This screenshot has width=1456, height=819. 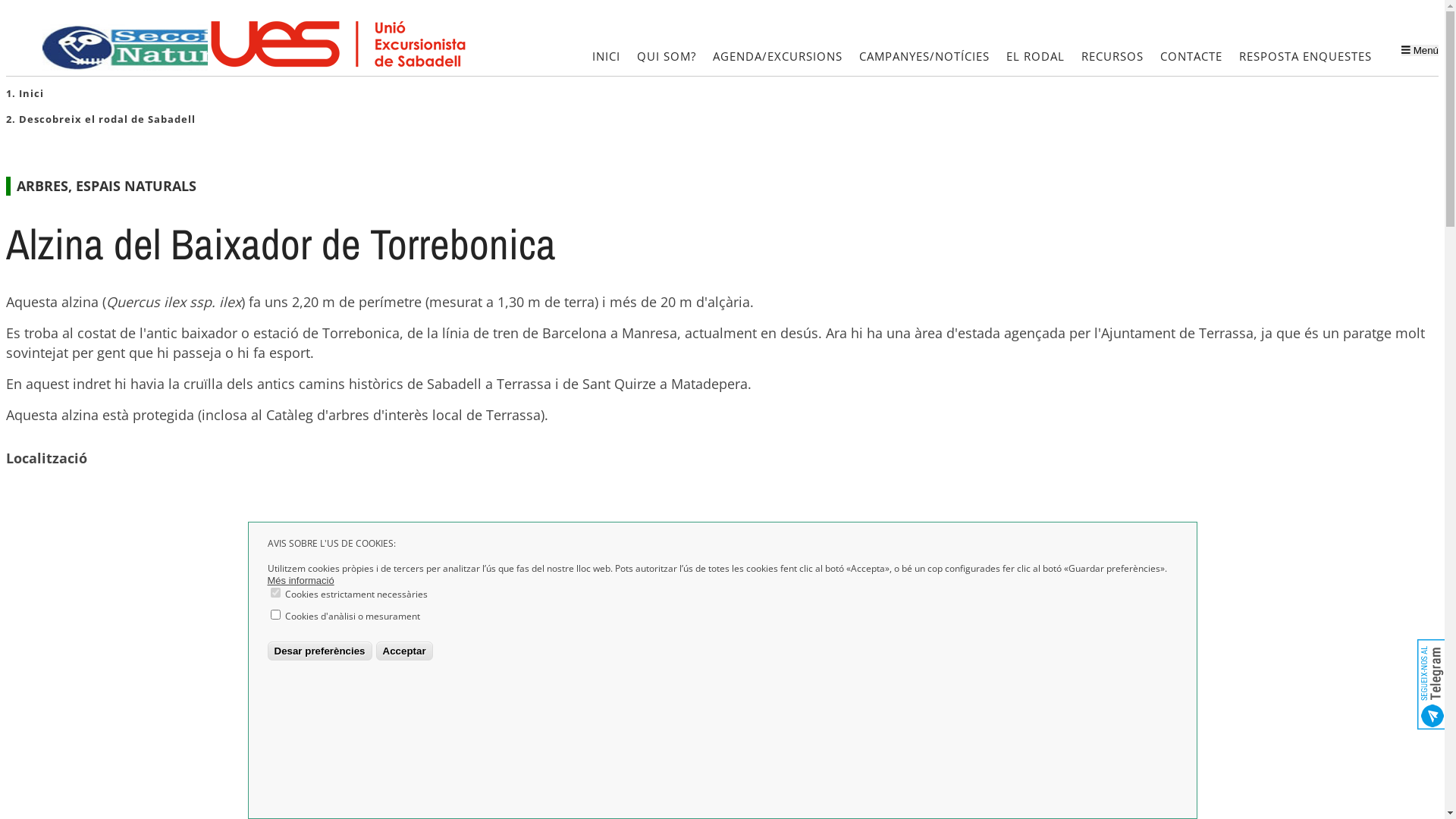 What do you see at coordinates (1034, 56) in the screenshot?
I see `'EL RODAL'` at bounding box center [1034, 56].